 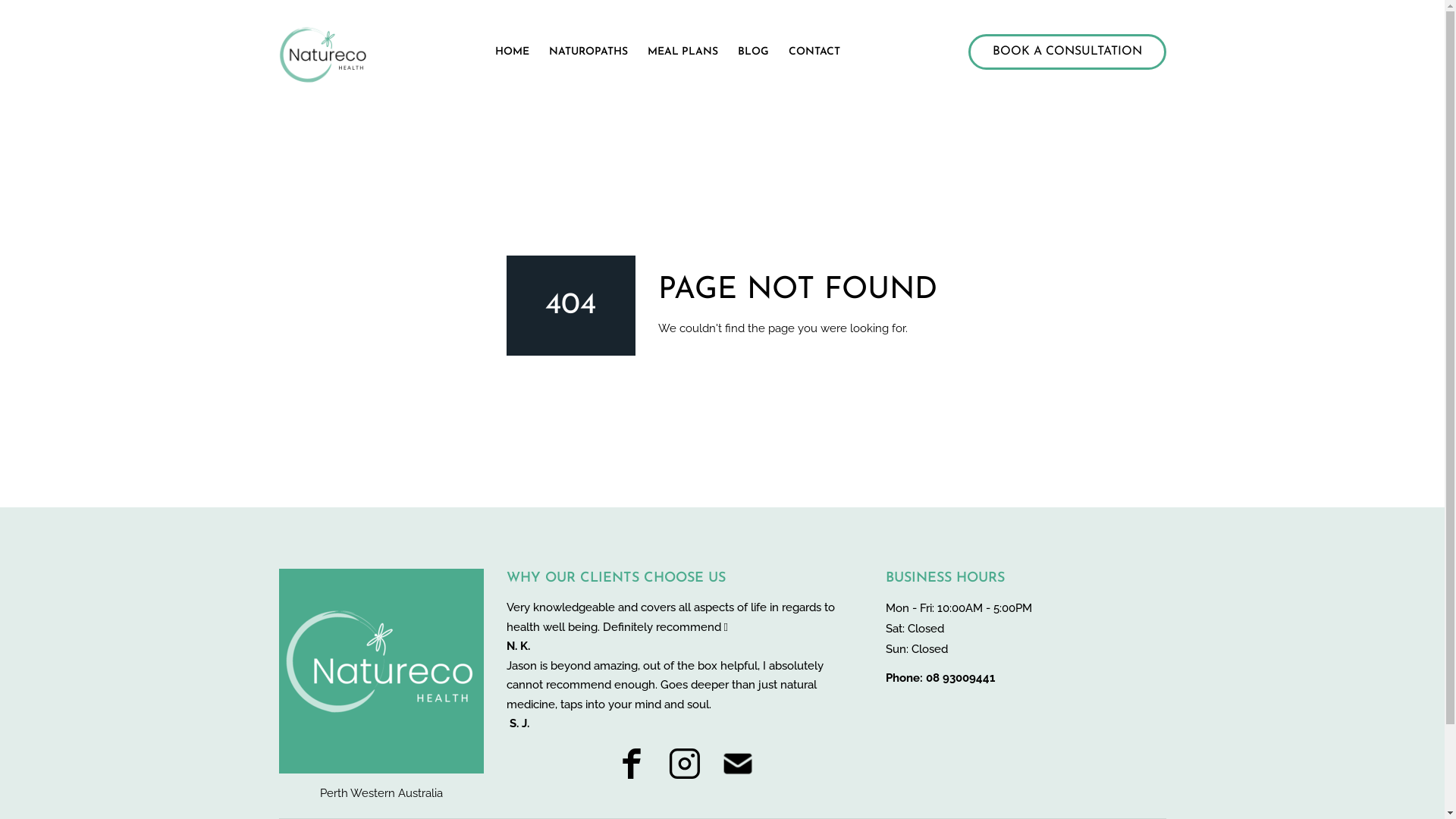 What do you see at coordinates (939, 677) in the screenshot?
I see `'Phone: 08 93009441'` at bounding box center [939, 677].